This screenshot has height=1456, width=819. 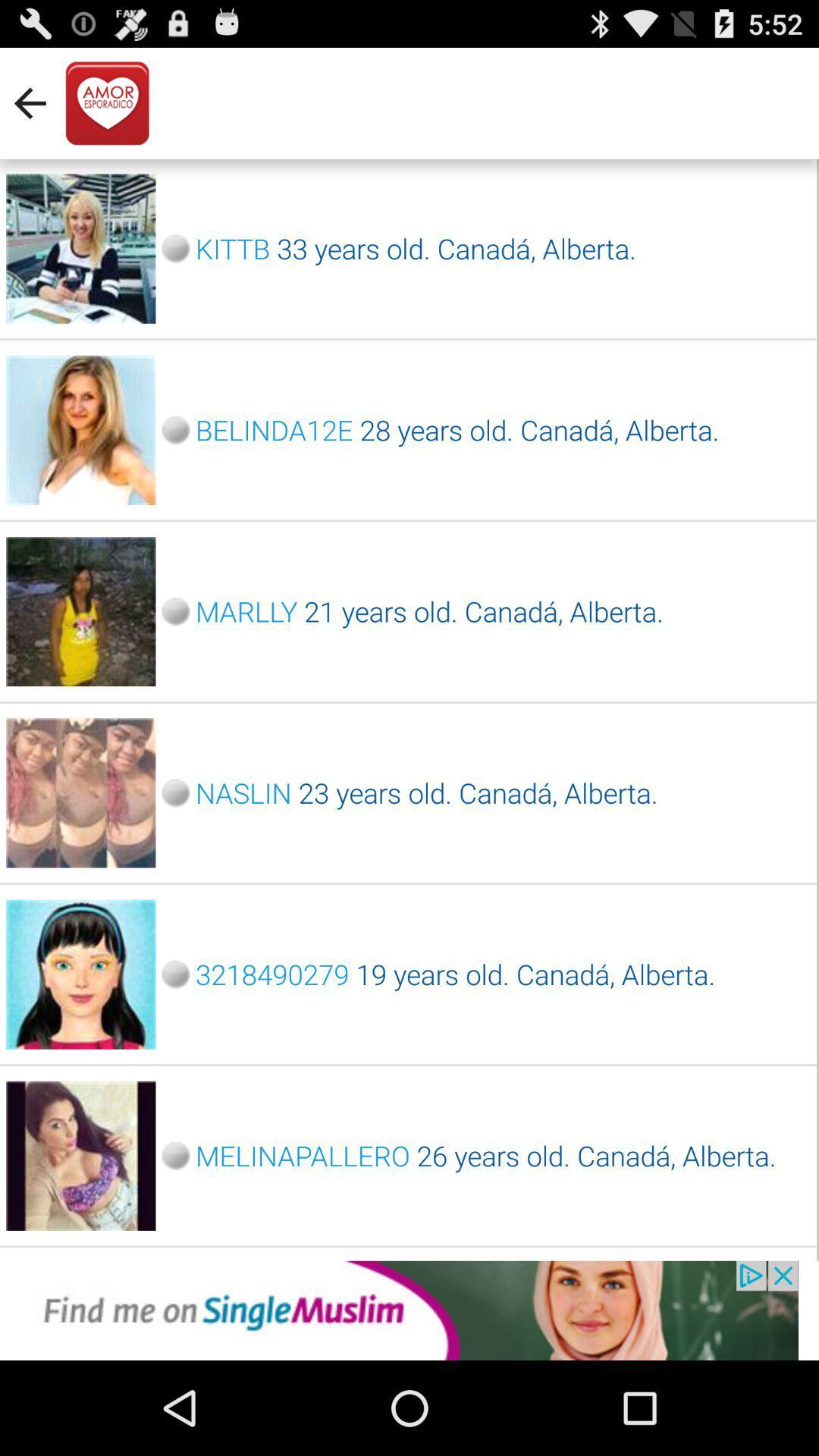 What do you see at coordinates (409, 1310) in the screenshot?
I see `open advert` at bounding box center [409, 1310].